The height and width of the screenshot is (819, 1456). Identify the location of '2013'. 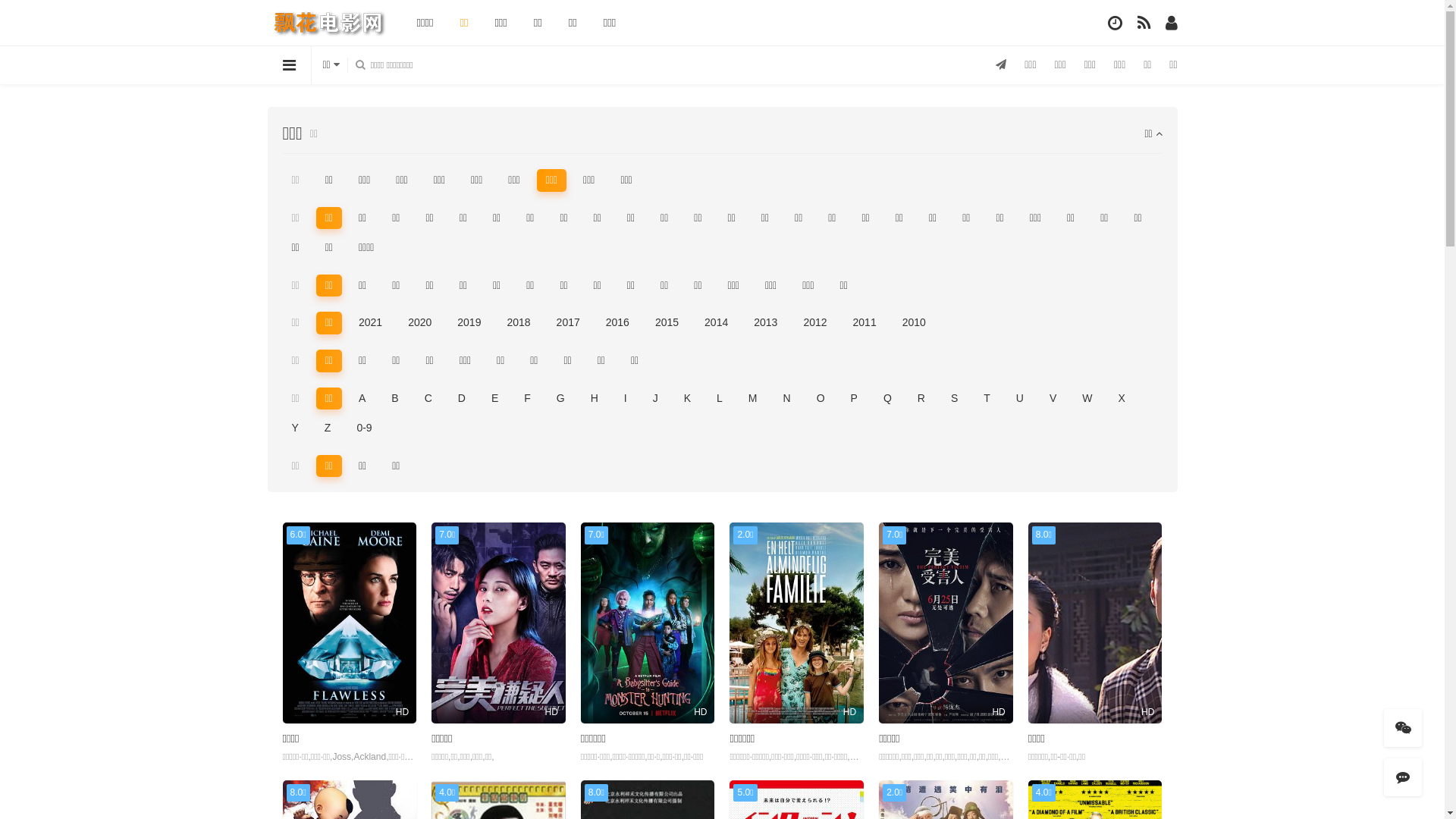
(765, 322).